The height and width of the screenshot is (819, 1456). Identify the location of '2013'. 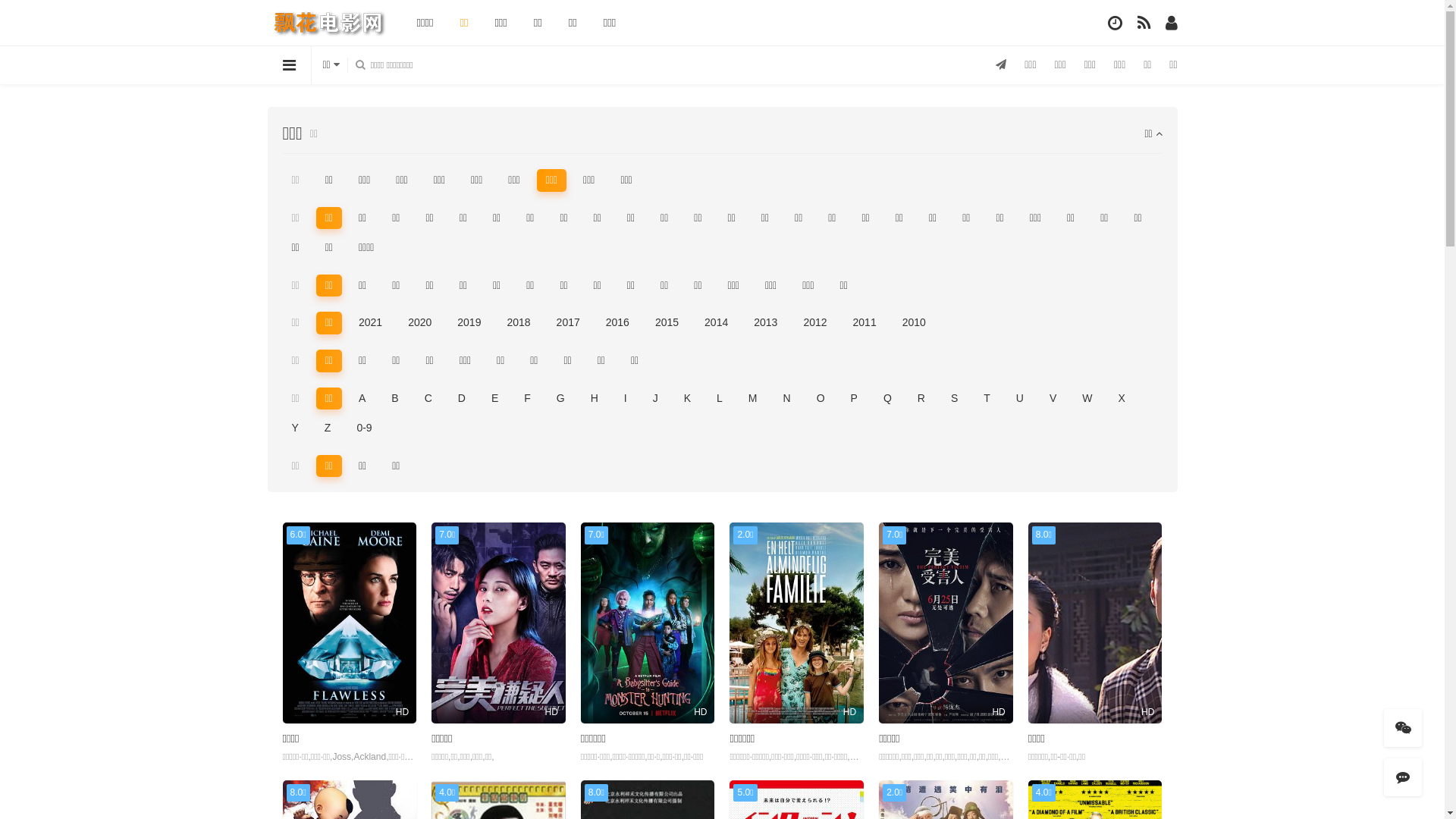
(765, 322).